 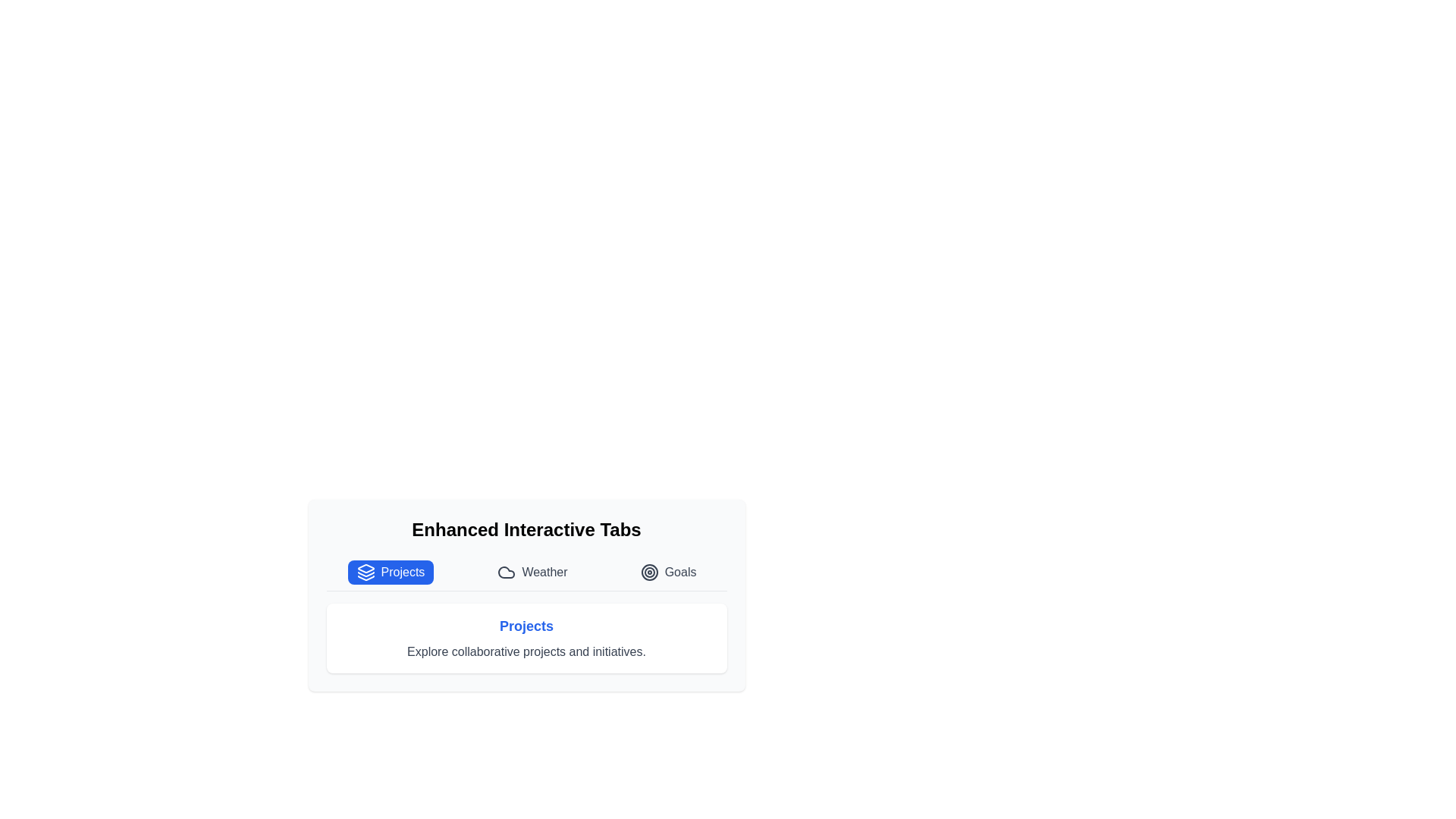 I want to click on the Goals tab to activate it, so click(x=667, y=573).